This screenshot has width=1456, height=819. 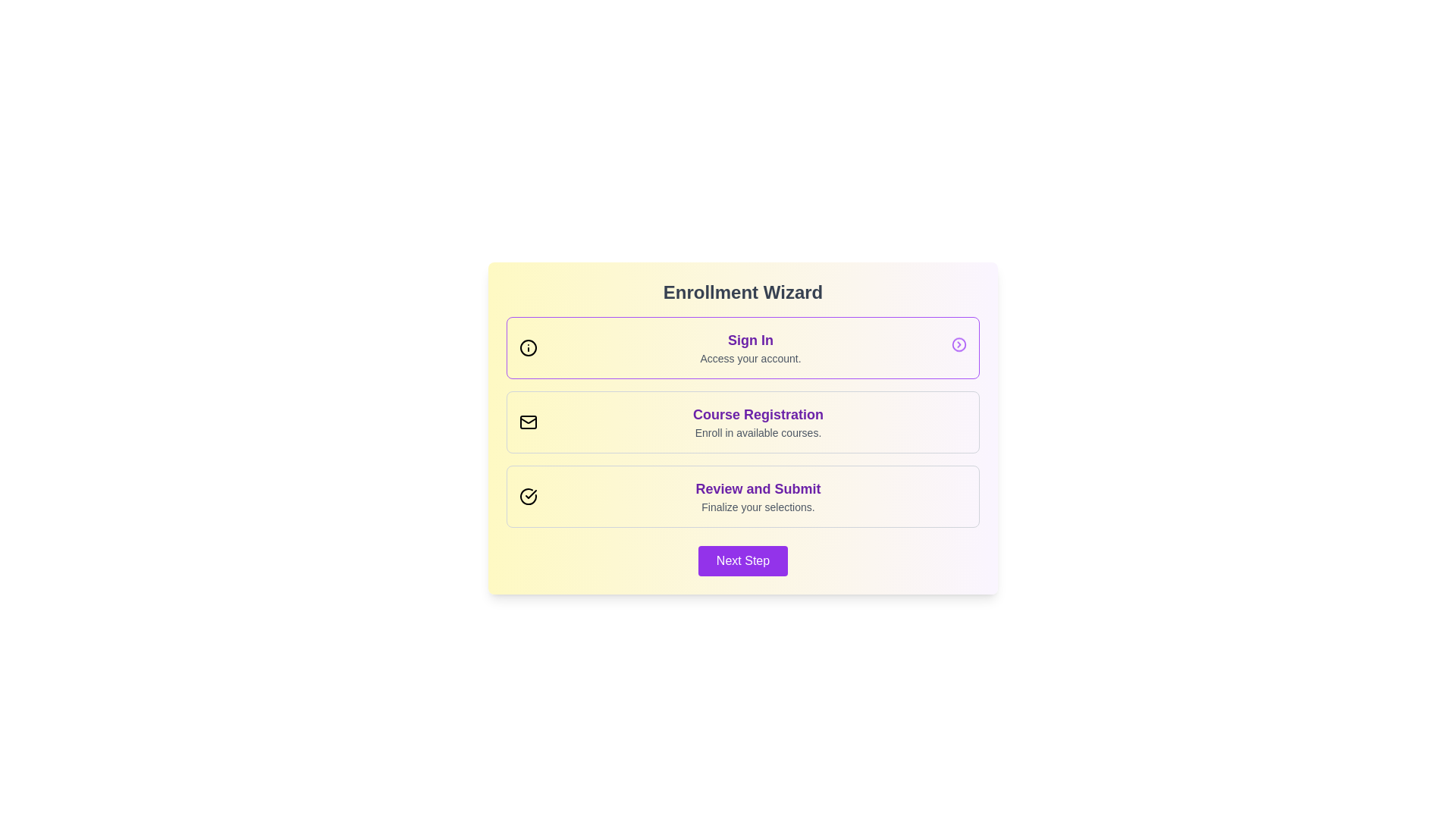 I want to click on text of the 'Sign In' section header and subheader, which is the first section in the enrollment wizard interface, positioned below 'Enrollment Wizard' and above 'Course Registration', so click(x=750, y=348).